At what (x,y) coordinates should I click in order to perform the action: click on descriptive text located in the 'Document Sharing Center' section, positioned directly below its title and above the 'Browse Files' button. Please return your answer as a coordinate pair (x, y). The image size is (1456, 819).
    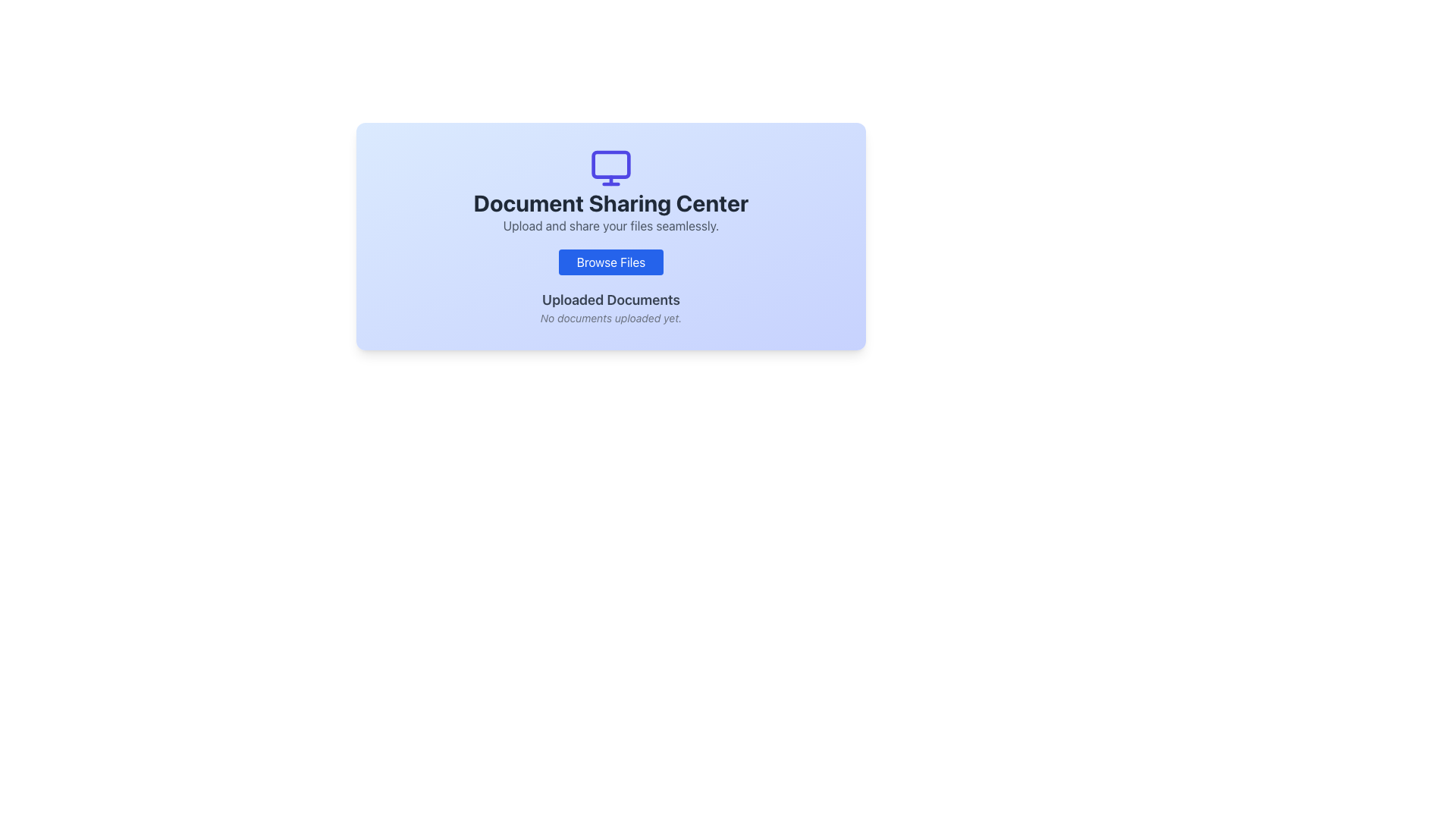
    Looking at the image, I should click on (611, 225).